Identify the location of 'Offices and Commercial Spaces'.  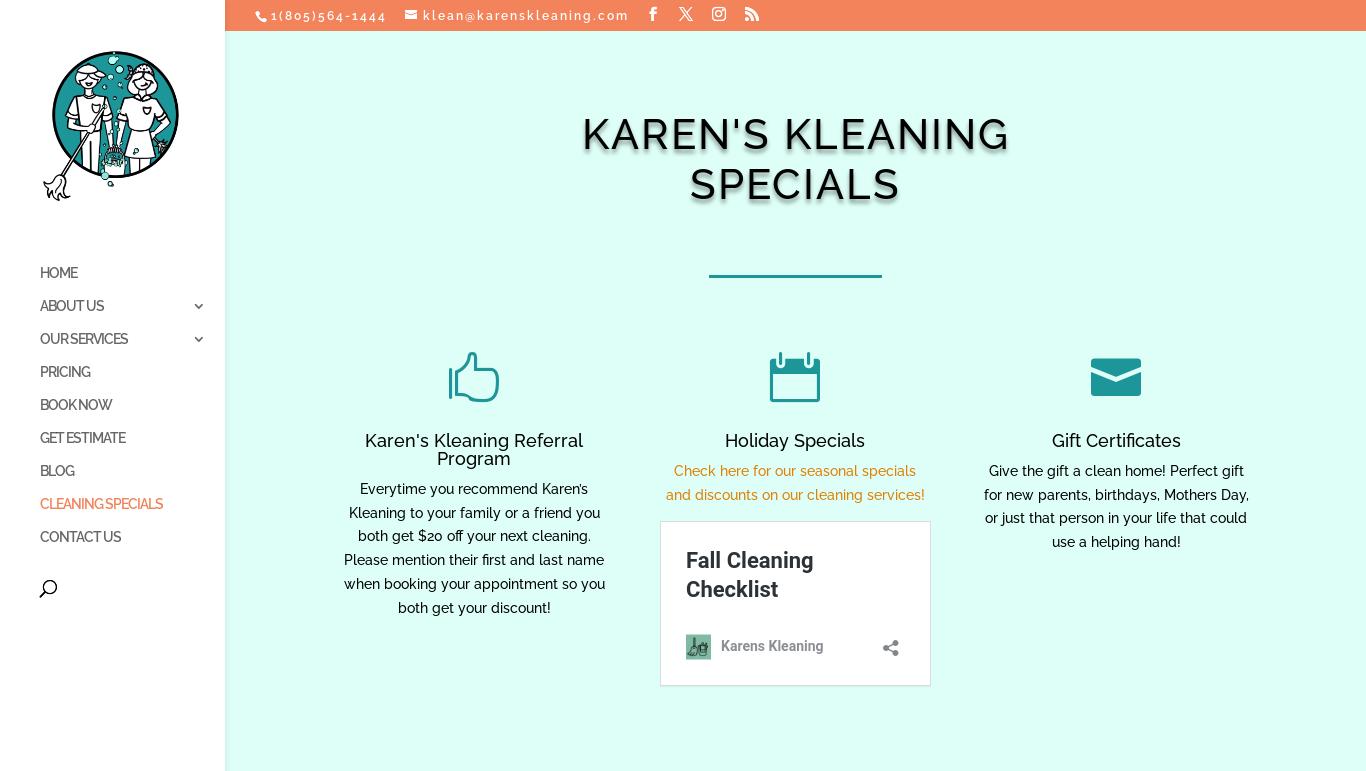
(268, 609).